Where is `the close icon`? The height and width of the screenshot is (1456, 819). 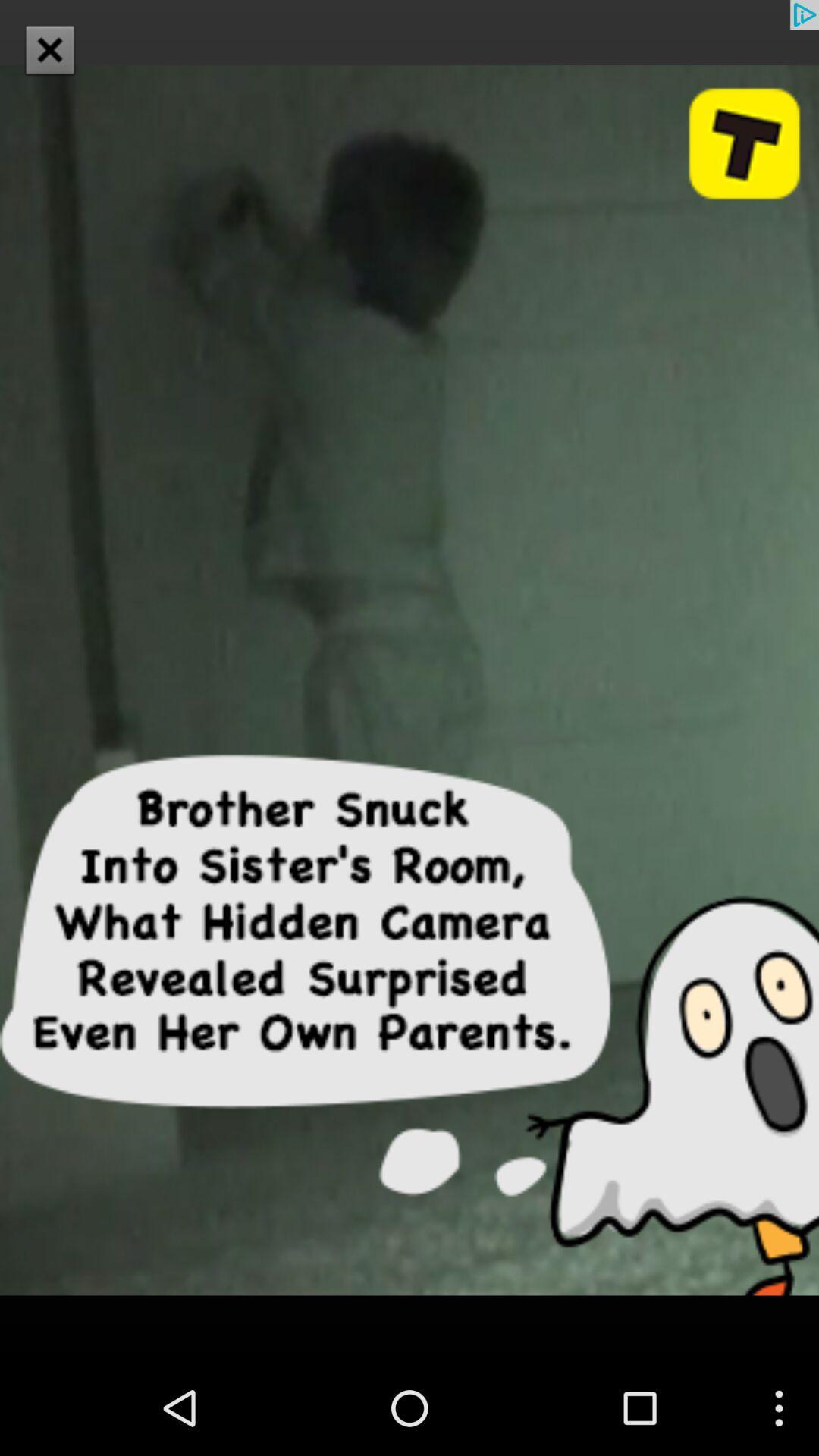
the close icon is located at coordinates (49, 53).